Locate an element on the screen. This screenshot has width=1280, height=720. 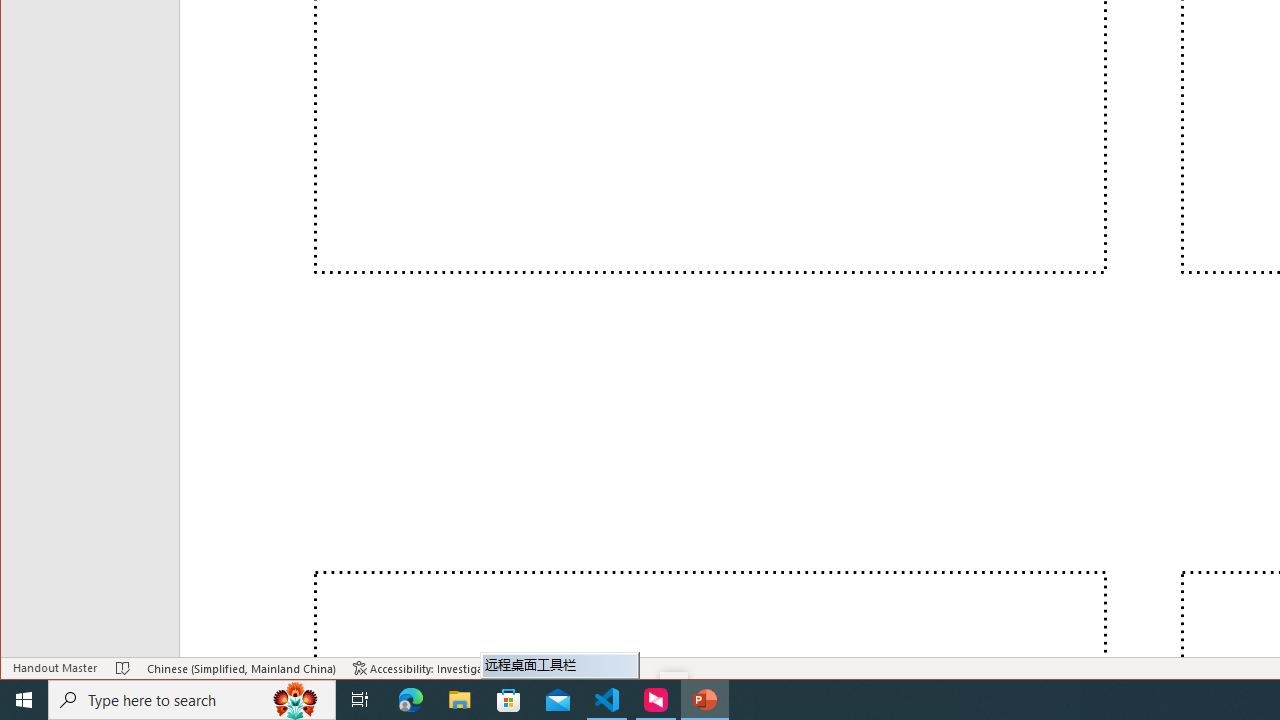
'Start' is located at coordinates (24, 698).